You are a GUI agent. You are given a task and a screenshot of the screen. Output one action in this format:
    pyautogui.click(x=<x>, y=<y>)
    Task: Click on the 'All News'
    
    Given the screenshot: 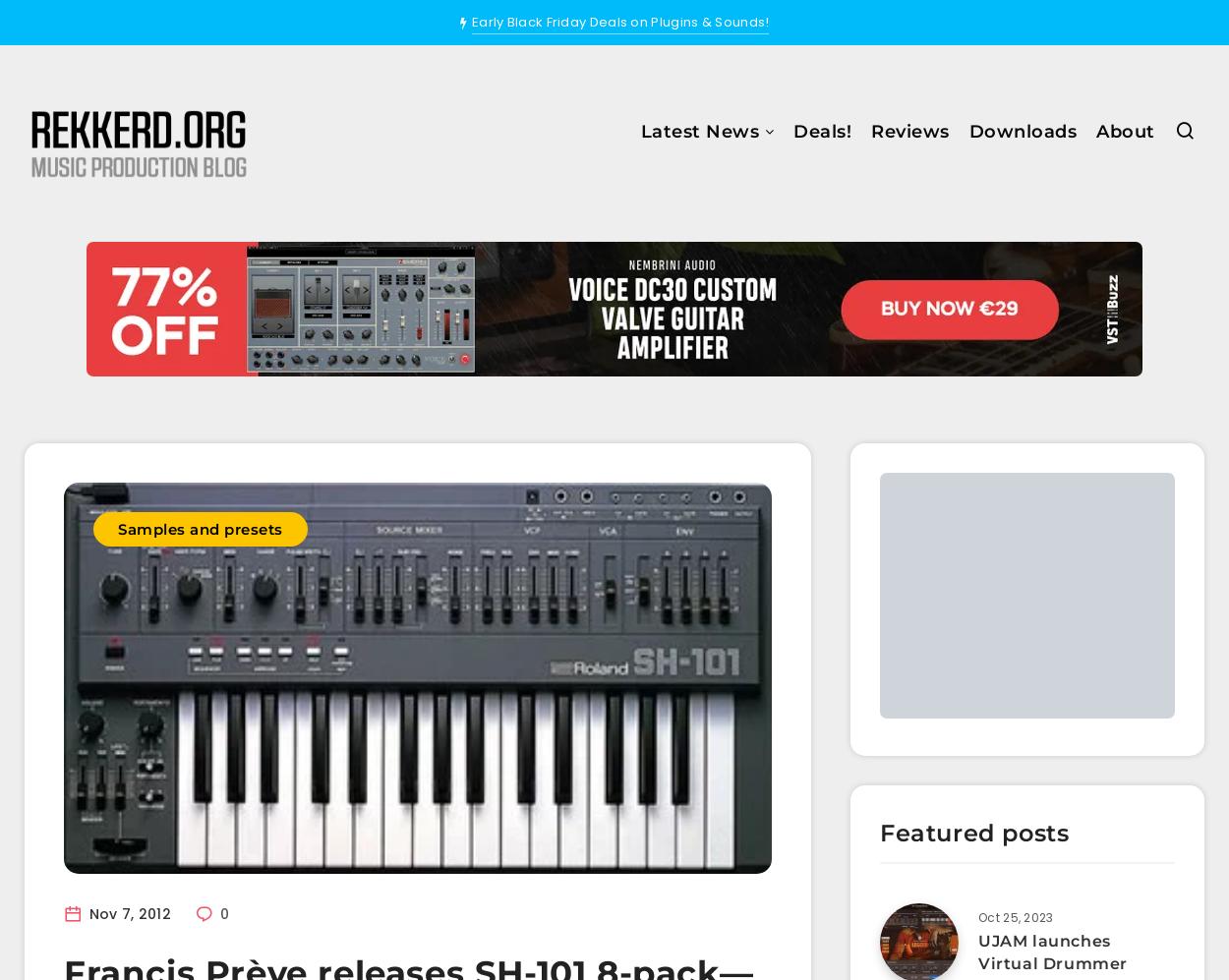 What is the action you would take?
    pyautogui.click(x=583, y=189)
    